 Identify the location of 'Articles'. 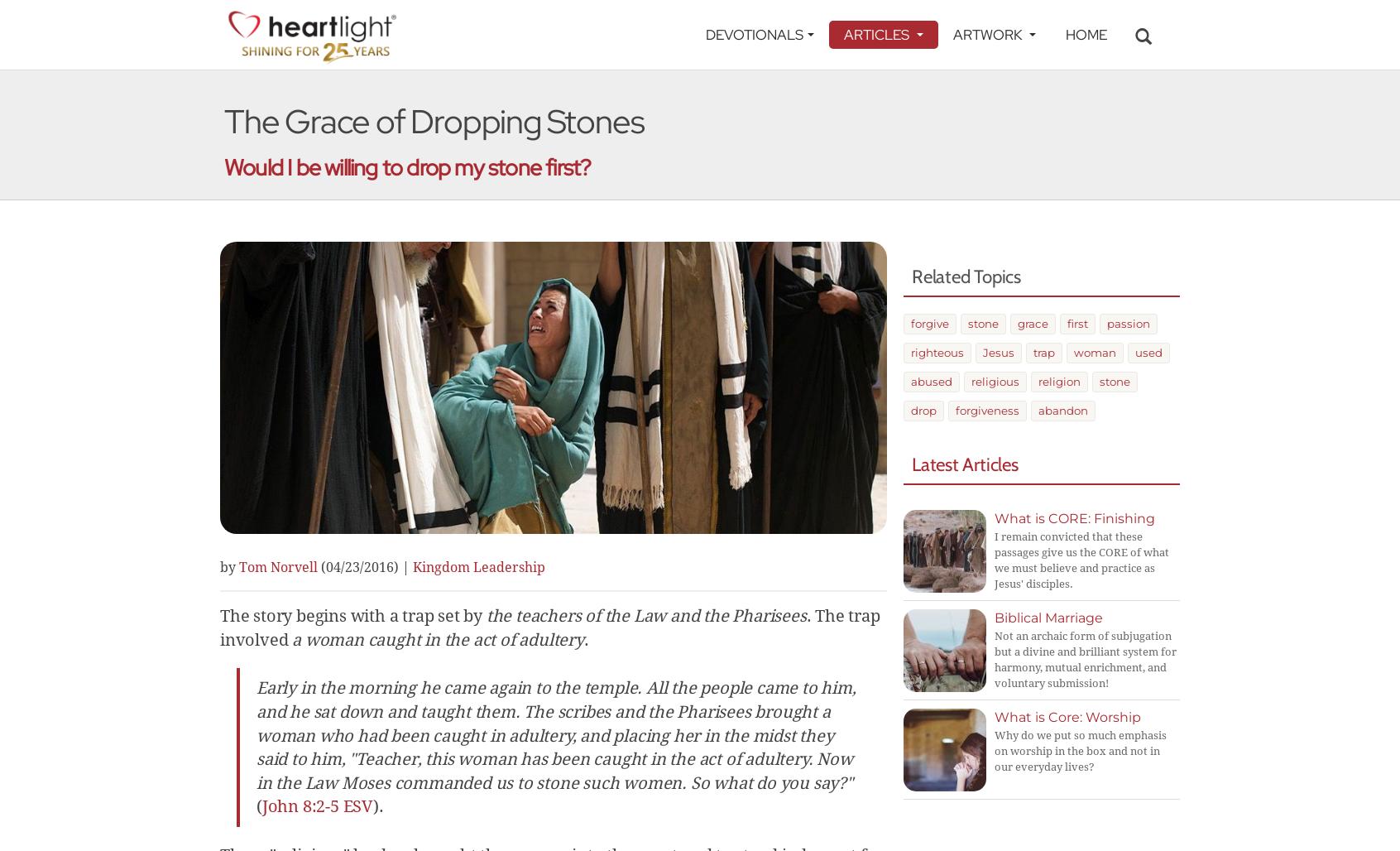
(878, 34).